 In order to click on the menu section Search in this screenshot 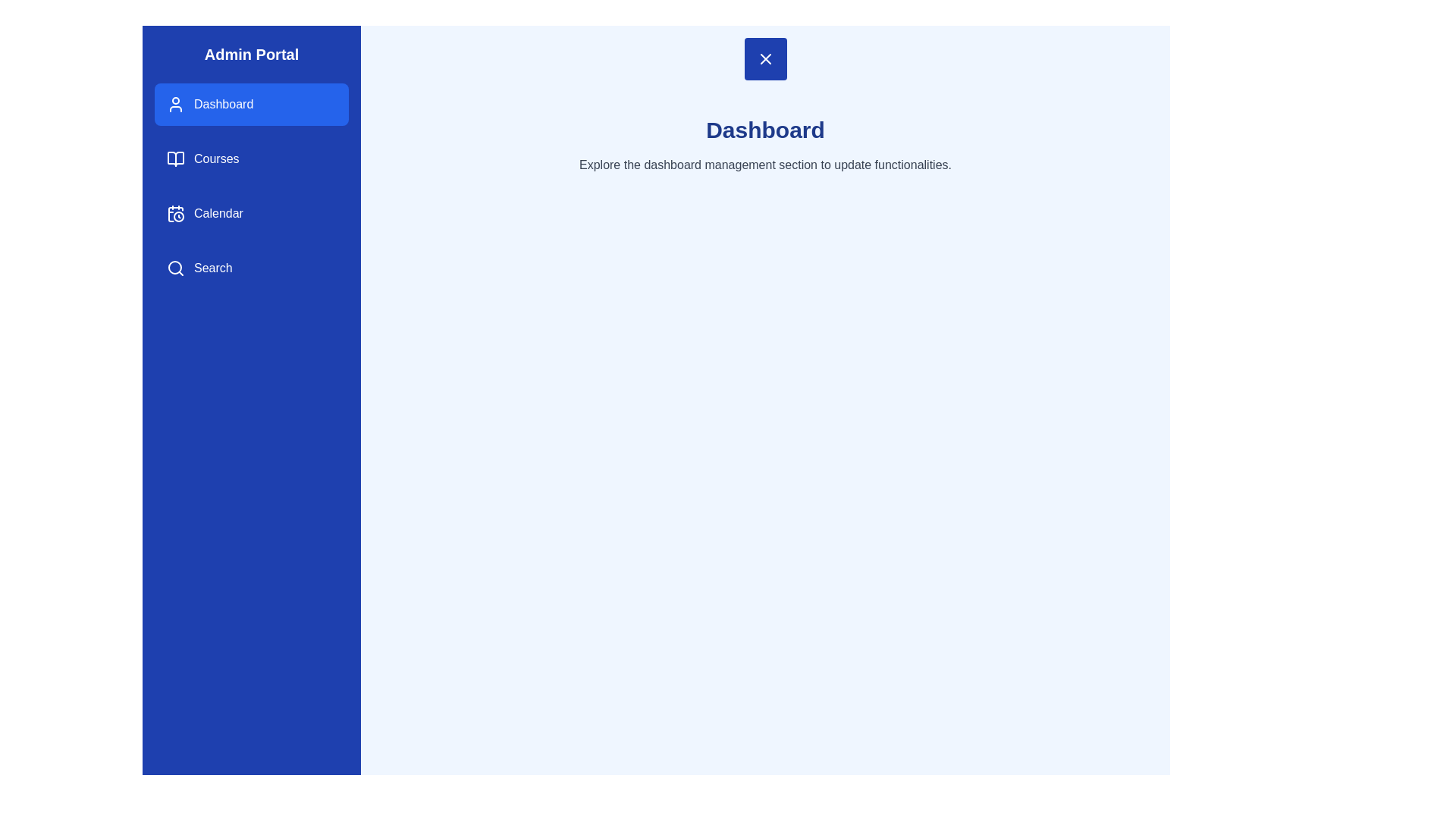, I will do `click(251, 268)`.